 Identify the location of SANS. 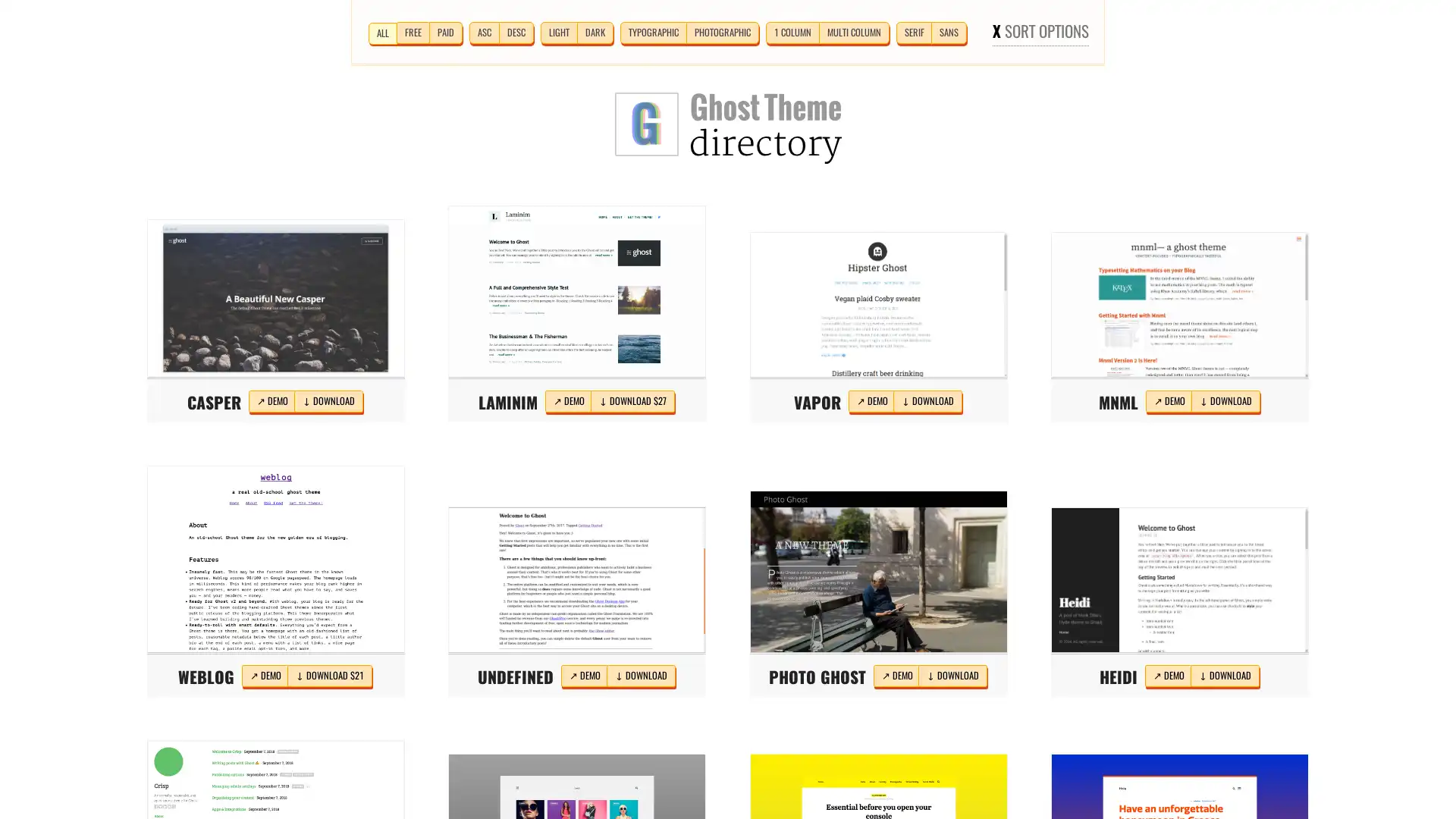
(948, 32).